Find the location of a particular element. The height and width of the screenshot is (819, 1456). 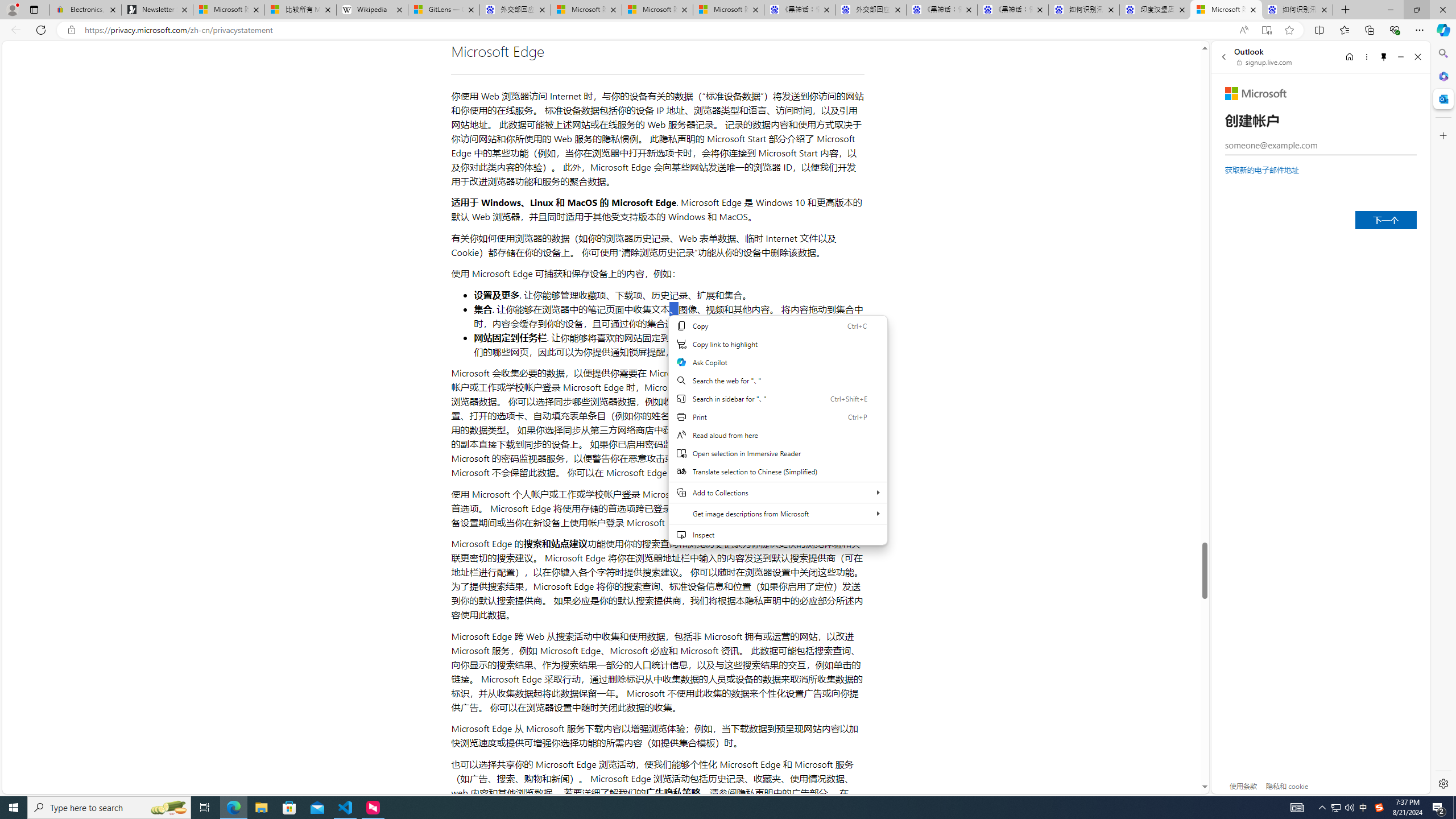

'Newsletter Sign Up' is located at coordinates (157, 9).